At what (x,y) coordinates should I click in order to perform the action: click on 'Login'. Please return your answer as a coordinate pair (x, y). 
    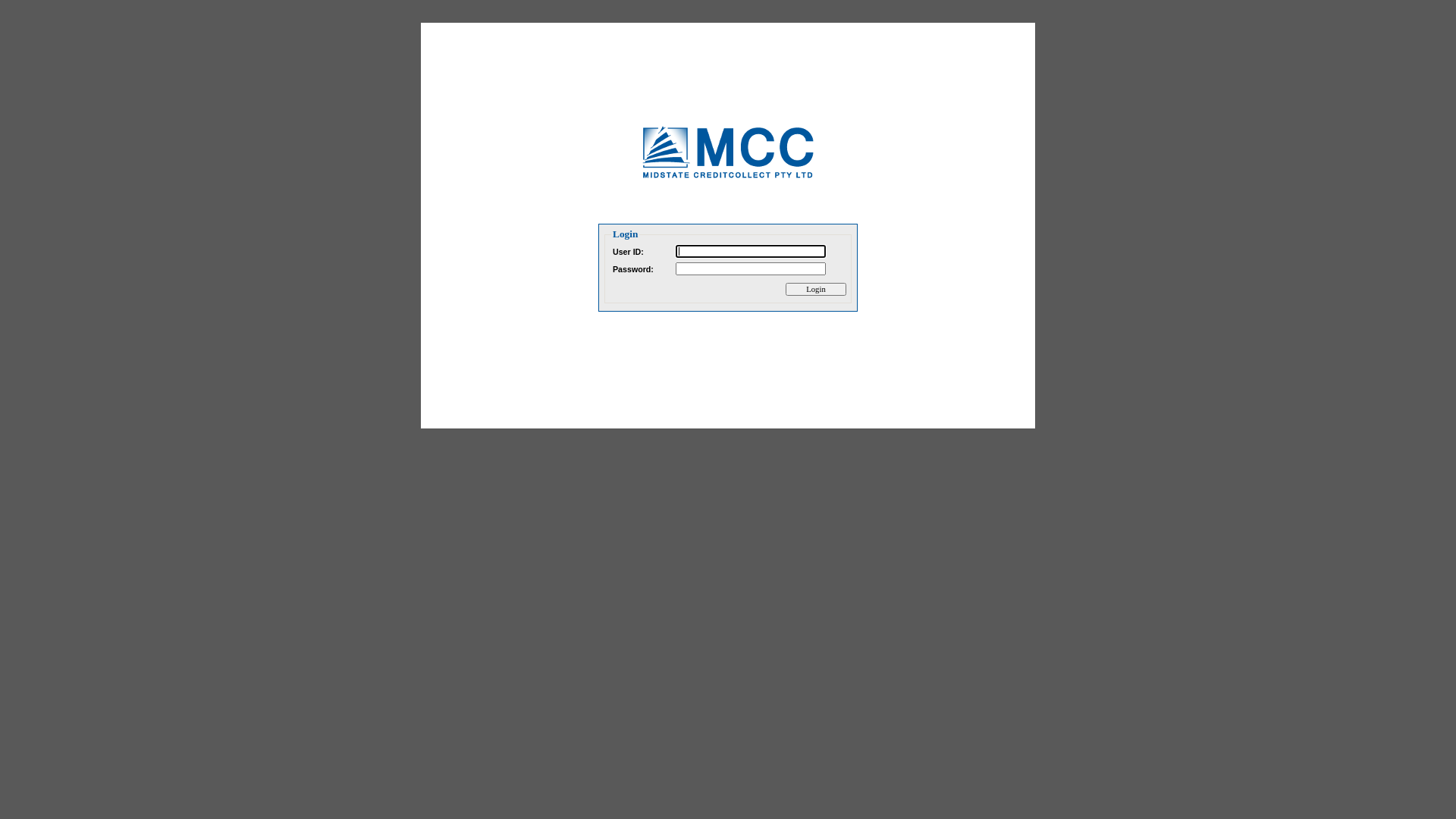
    Looking at the image, I should click on (814, 289).